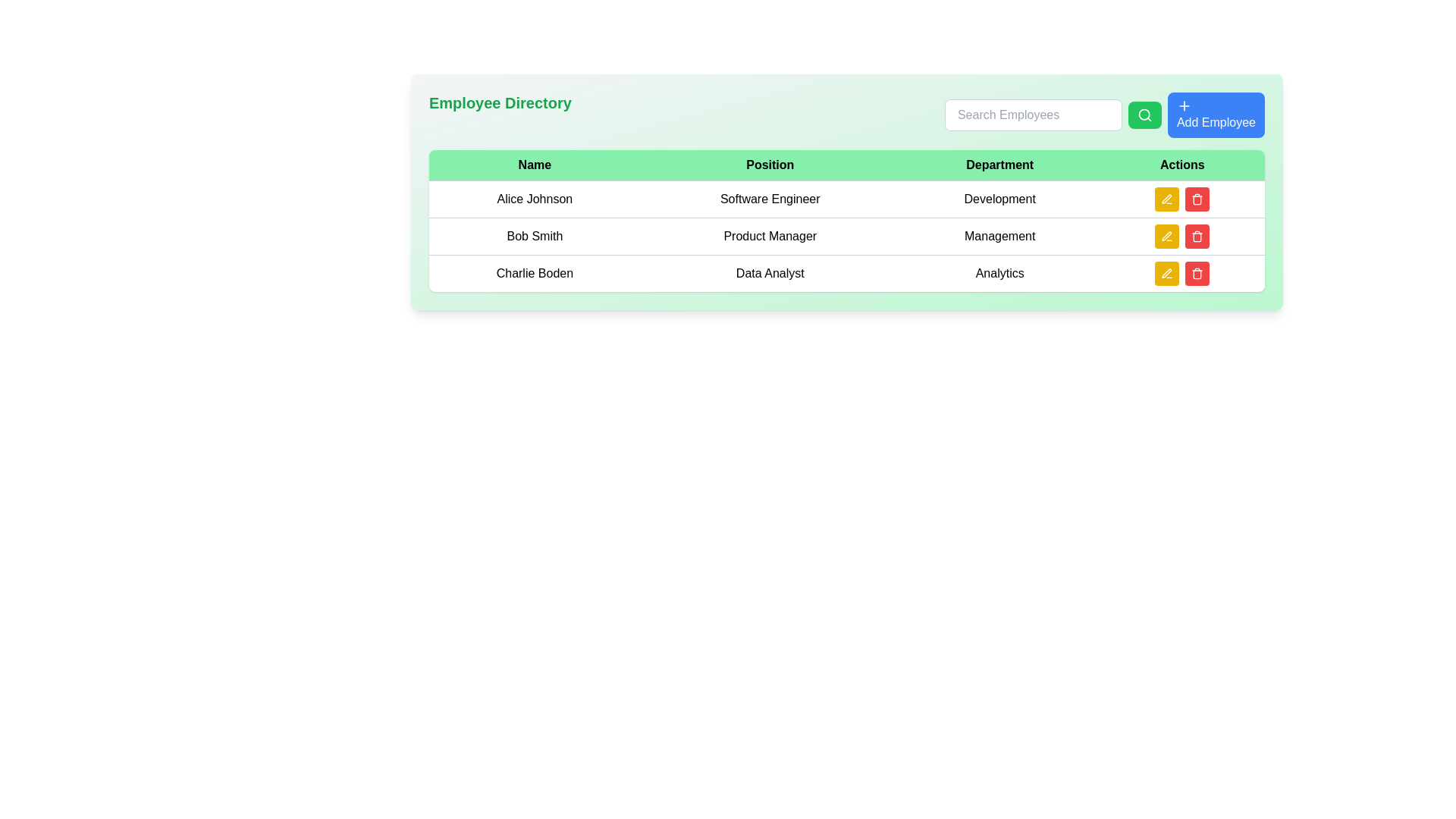  I want to click on the interactive buttons in the actions column of the second row for employee 'Bob Smith' in the 'Employee Directory' interface, so click(1181, 237).